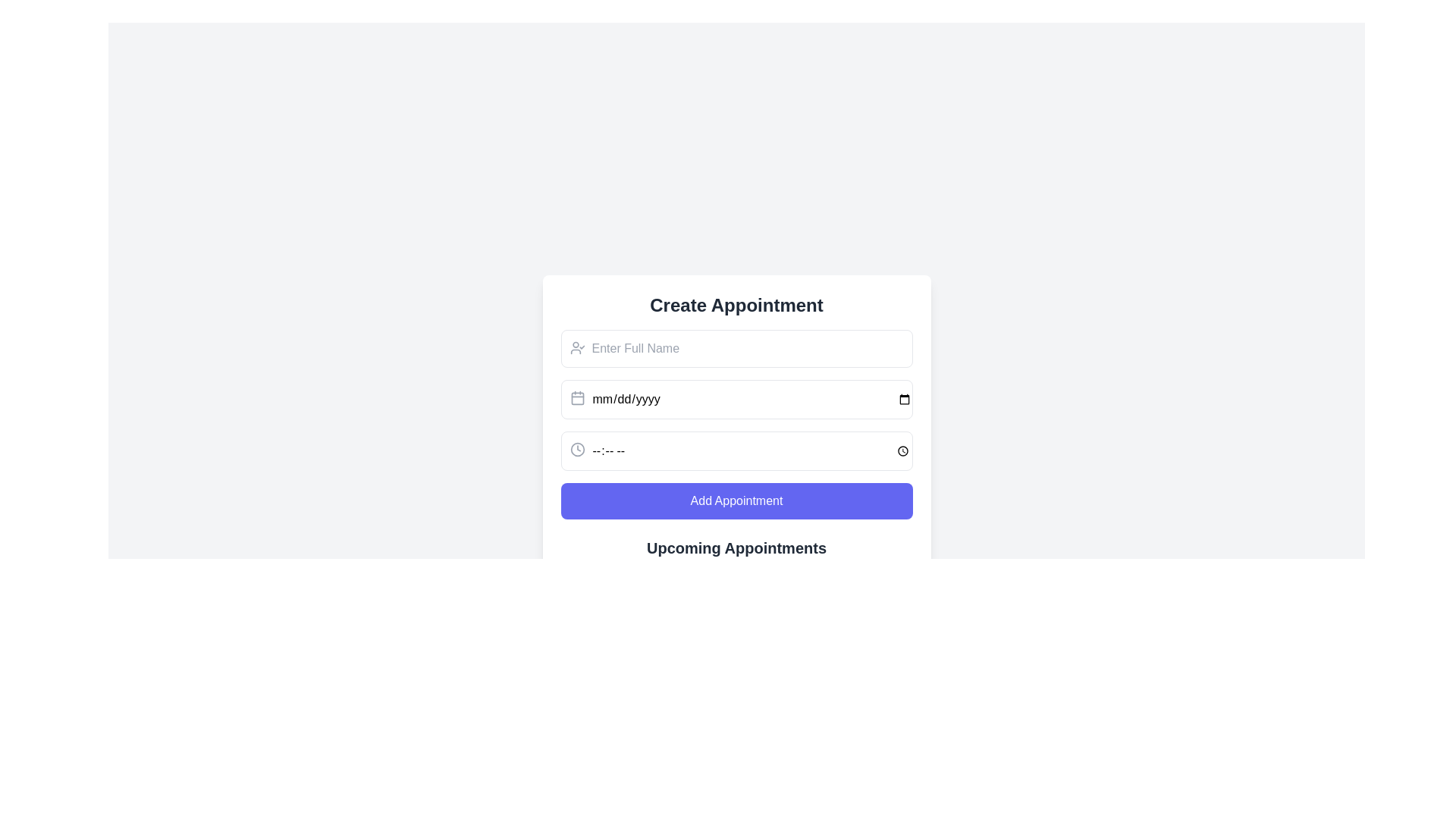  Describe the element at coordinates (576, 449) in the screenshot. I see `the circular background component of the clock icon in the time selection input field of the Create Appointment form` at that location.